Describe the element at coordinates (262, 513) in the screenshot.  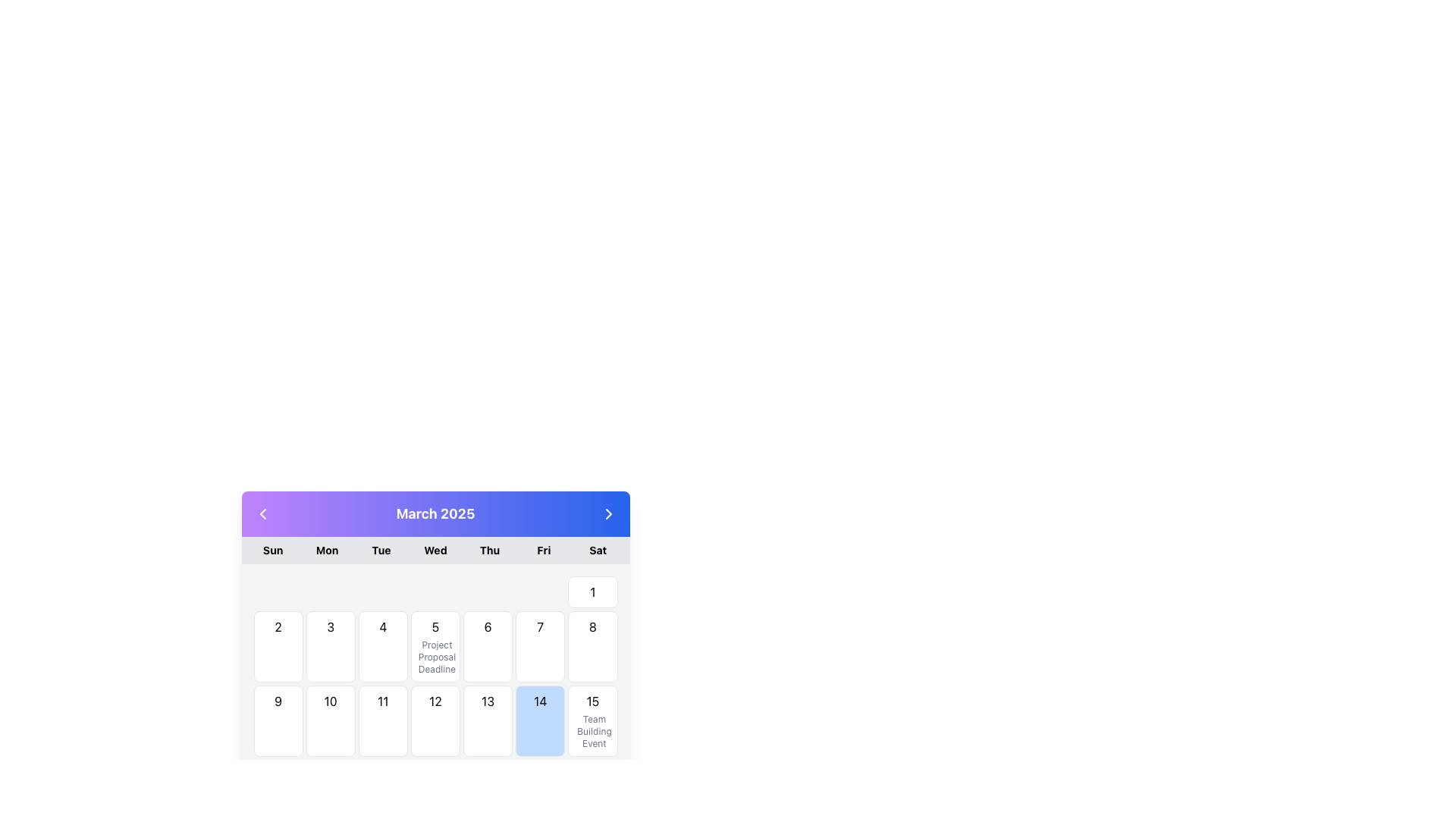
I see `the left-pointing chevron icon adjacent to the purple banner with the text 'March 2025' to receive the tooltip` at that location.